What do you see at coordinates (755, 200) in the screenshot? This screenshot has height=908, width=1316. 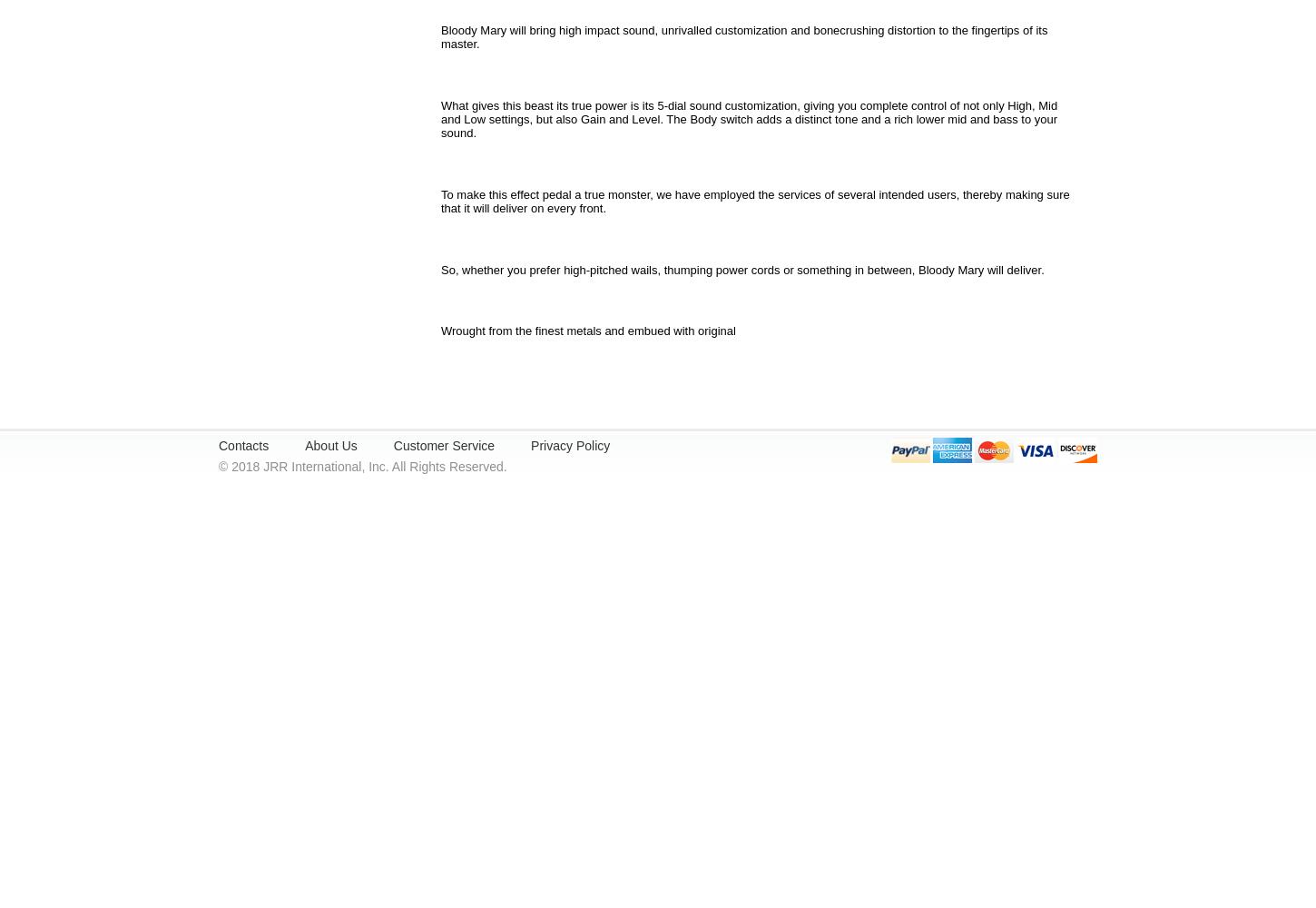 I see `'To make this effect pedal a true monster, we have employed the services of several intended users, thereby making sure that it will deliver on every front.'` at bounding box center [755, 200].